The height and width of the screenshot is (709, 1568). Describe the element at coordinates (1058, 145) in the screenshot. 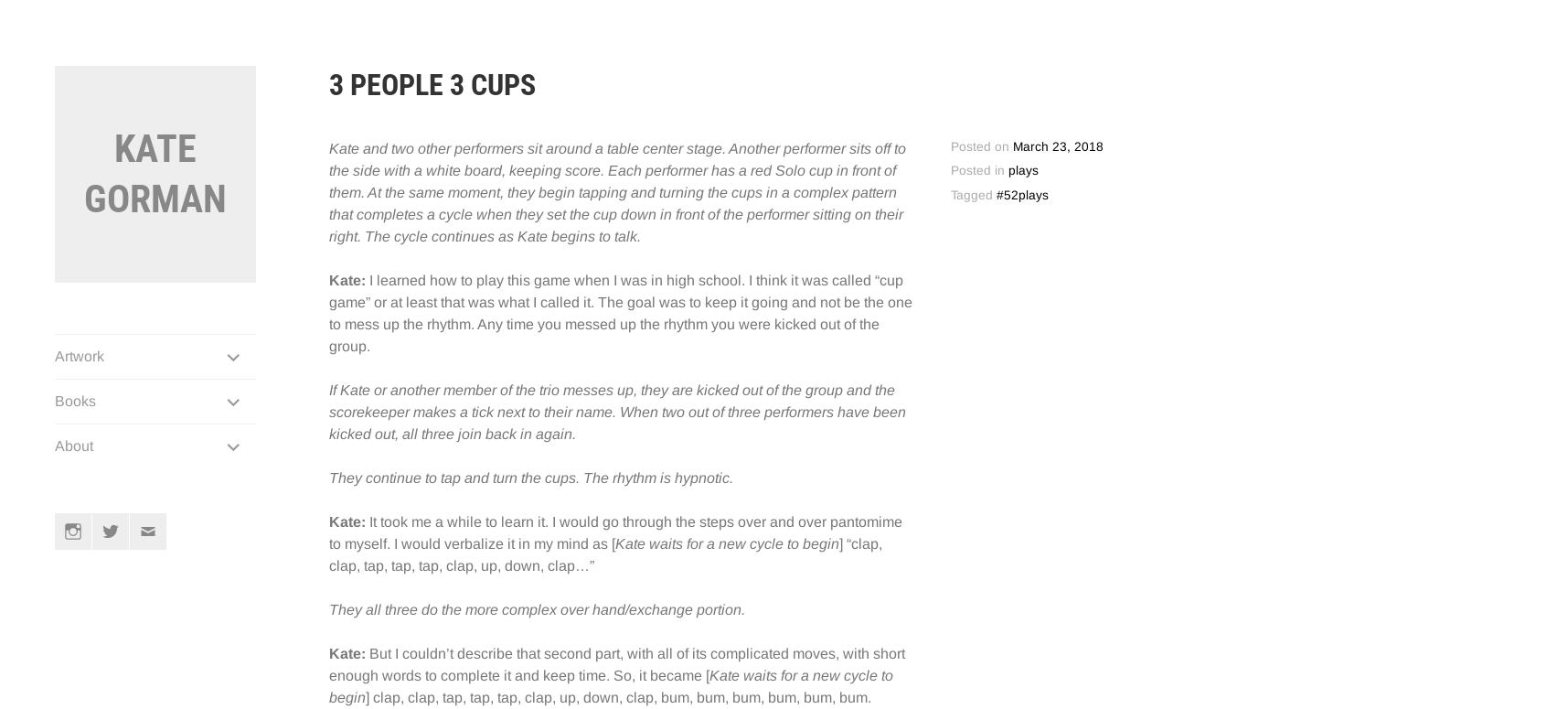

I see `'March 23, 2018'` at that location.